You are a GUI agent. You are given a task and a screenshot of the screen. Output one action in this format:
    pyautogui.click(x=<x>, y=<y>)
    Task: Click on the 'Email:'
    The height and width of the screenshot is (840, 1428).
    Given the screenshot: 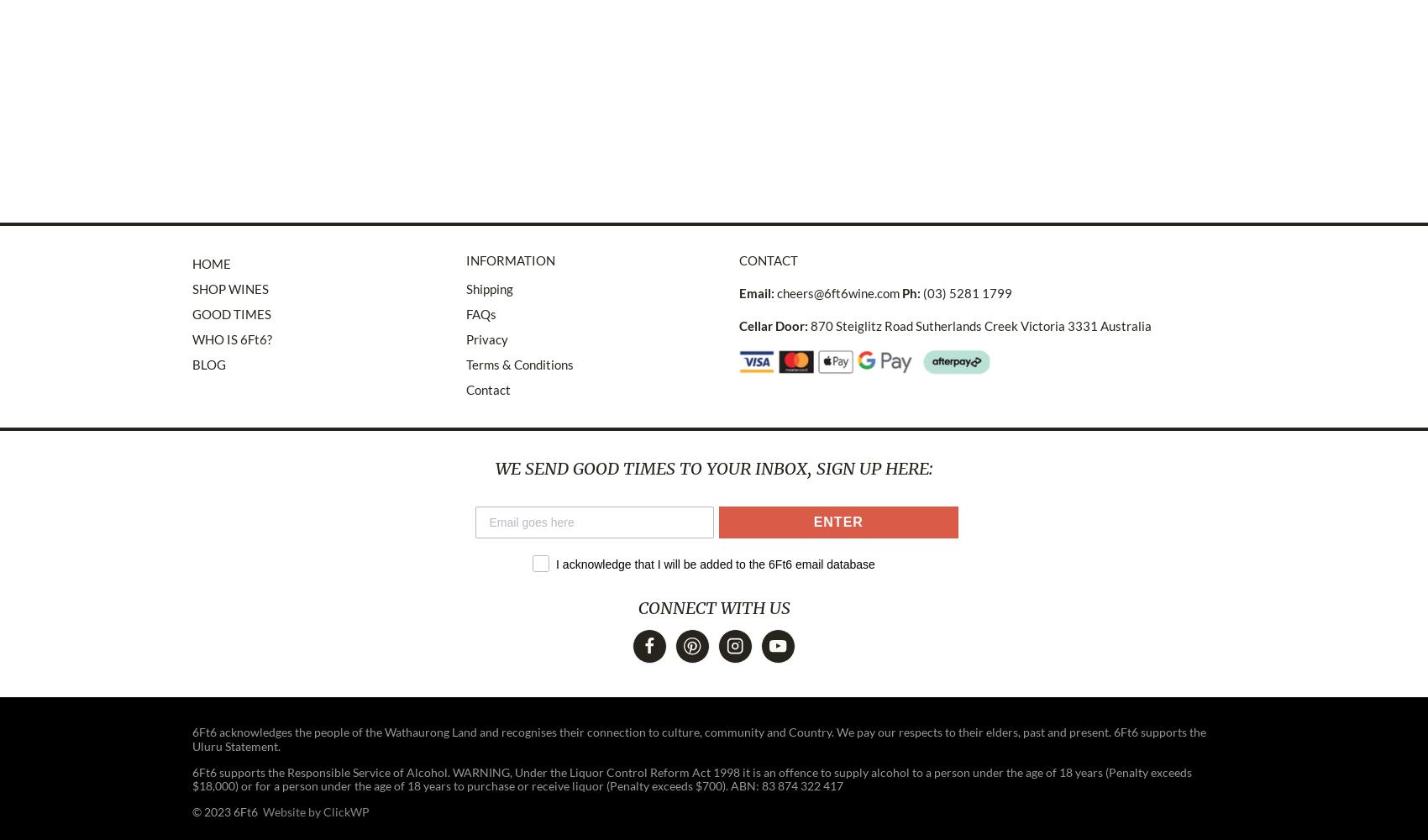 What is the action you would take?
    pyautogui.click(x=738, y=291)
    